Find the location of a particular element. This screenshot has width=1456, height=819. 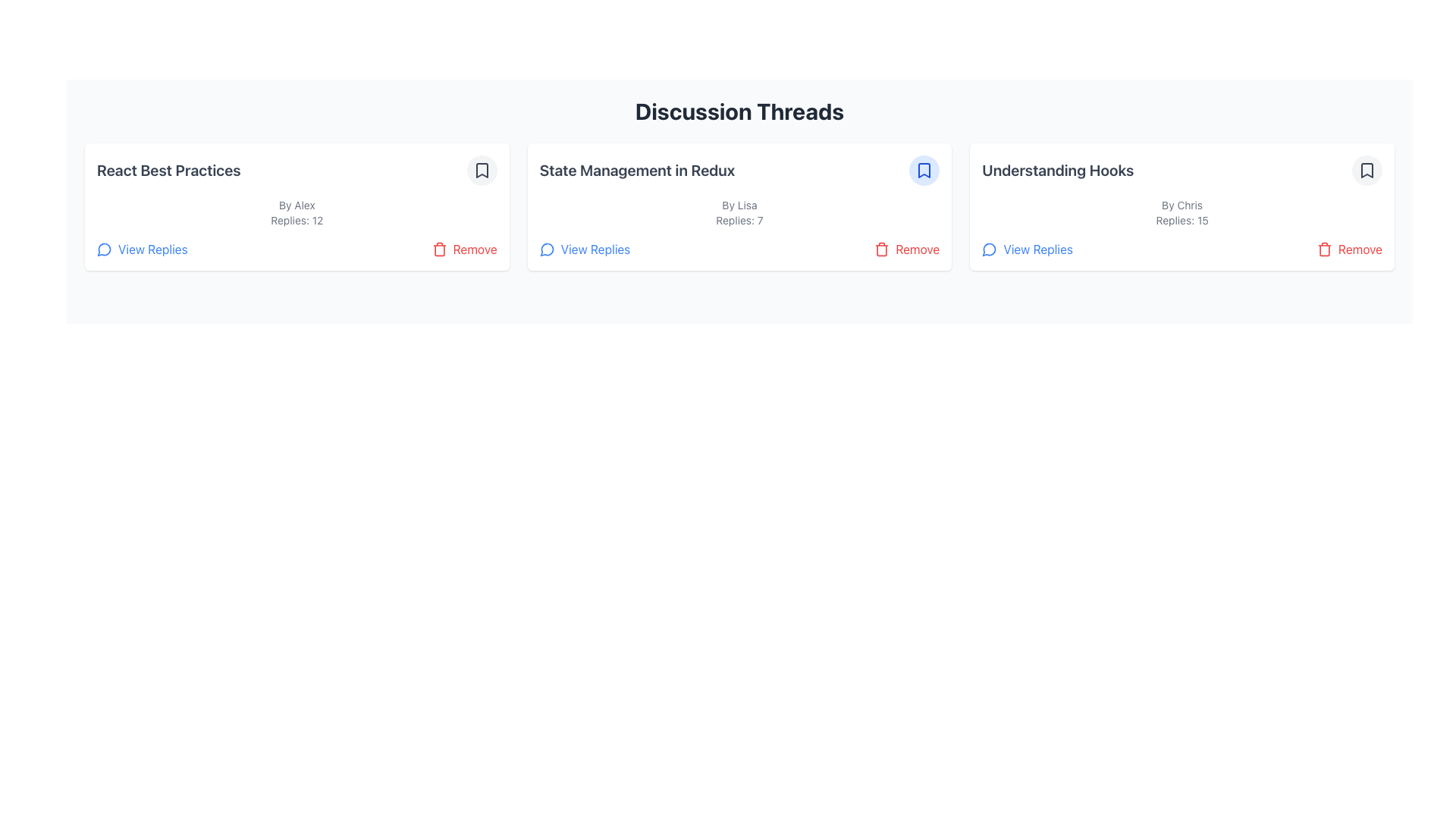

the interactive text link with an icon located in the card titled 'React Best Practices' is located at coordinates (142, 248).